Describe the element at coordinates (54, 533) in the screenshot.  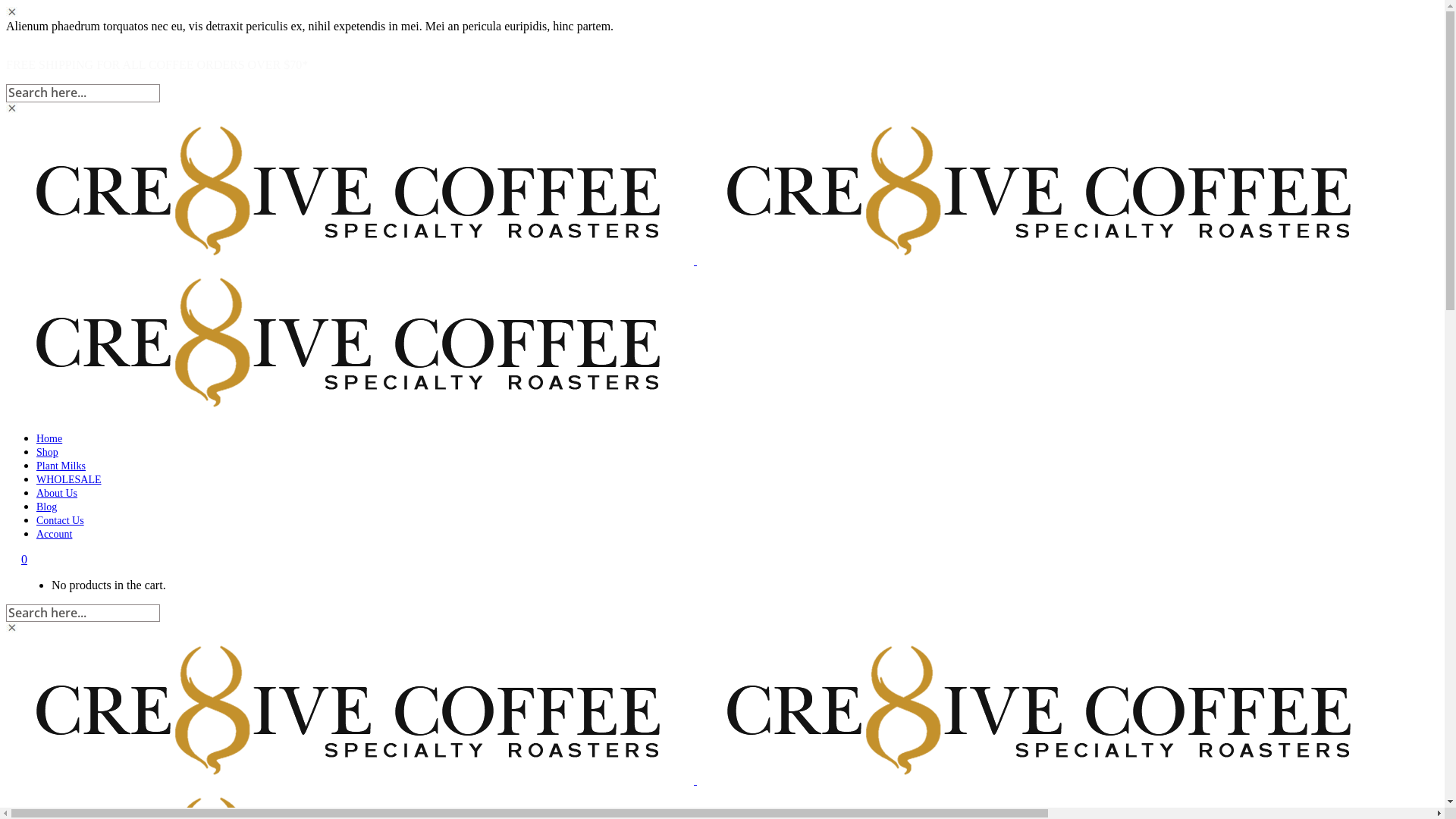
I see `'Account'` at that location.